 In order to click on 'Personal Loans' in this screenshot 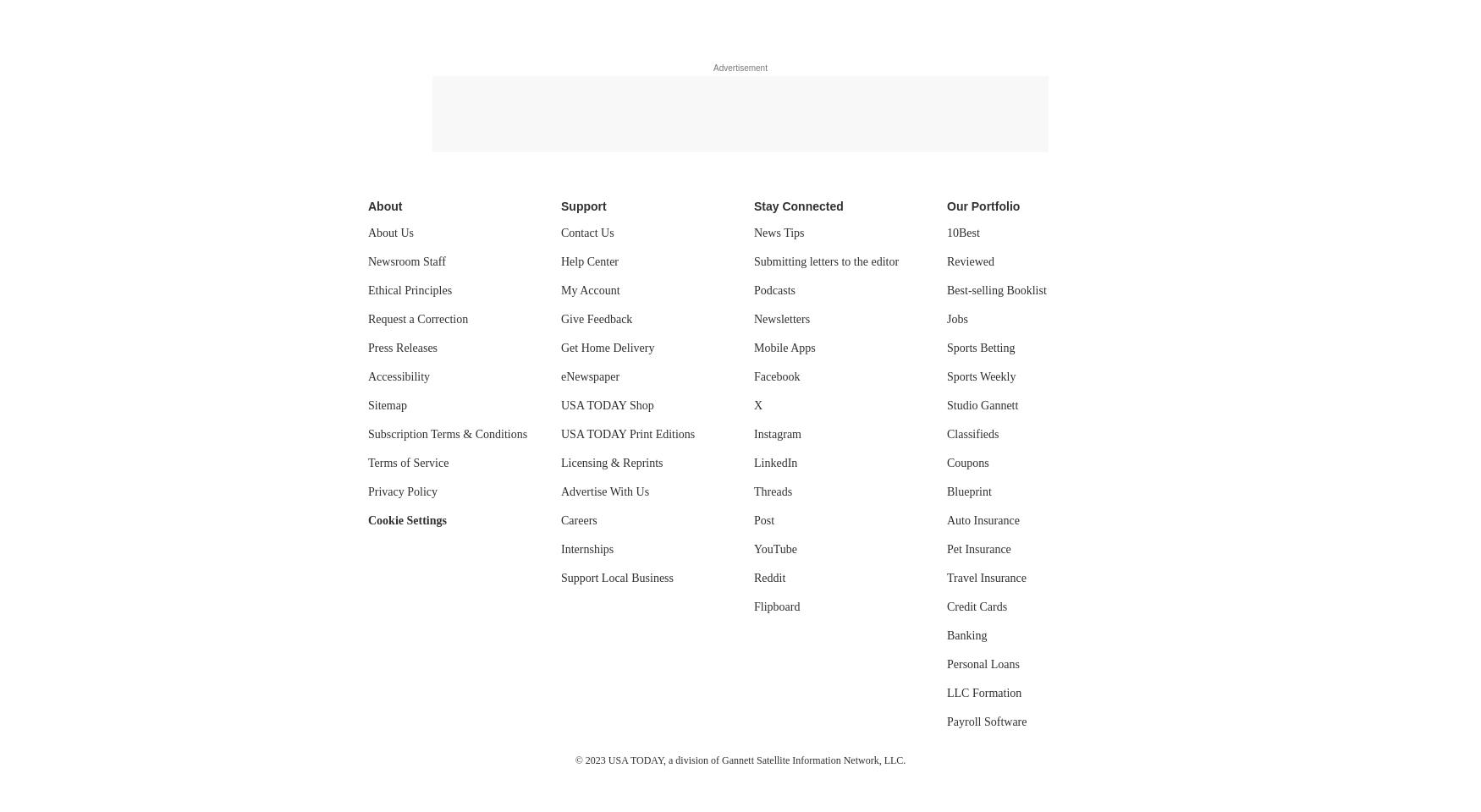, I will do `click(982, 664)`.